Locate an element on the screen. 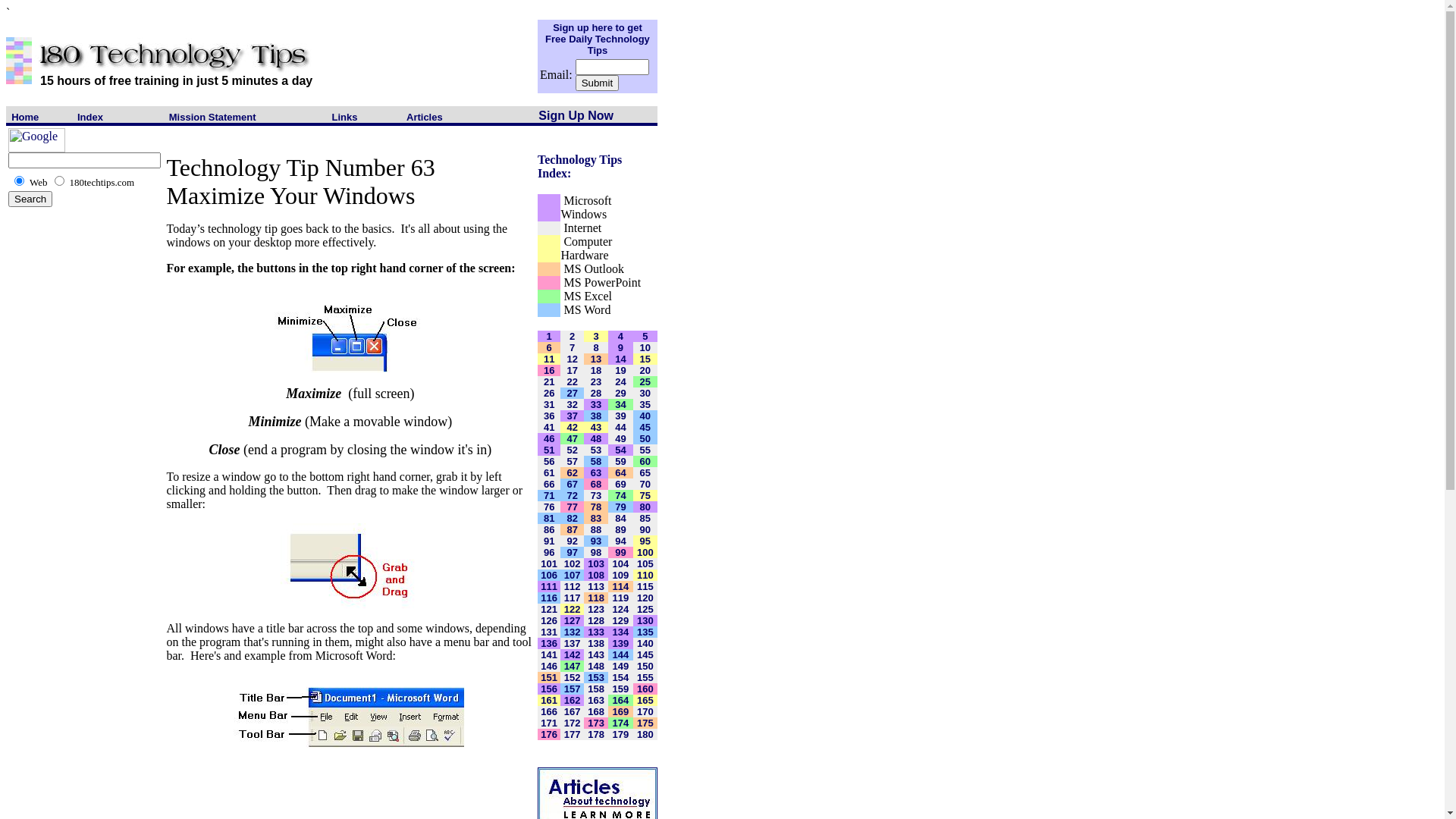 The height and width of the screenshot is (819, 1456). 'Submit' is located at coordinates (596, 83).